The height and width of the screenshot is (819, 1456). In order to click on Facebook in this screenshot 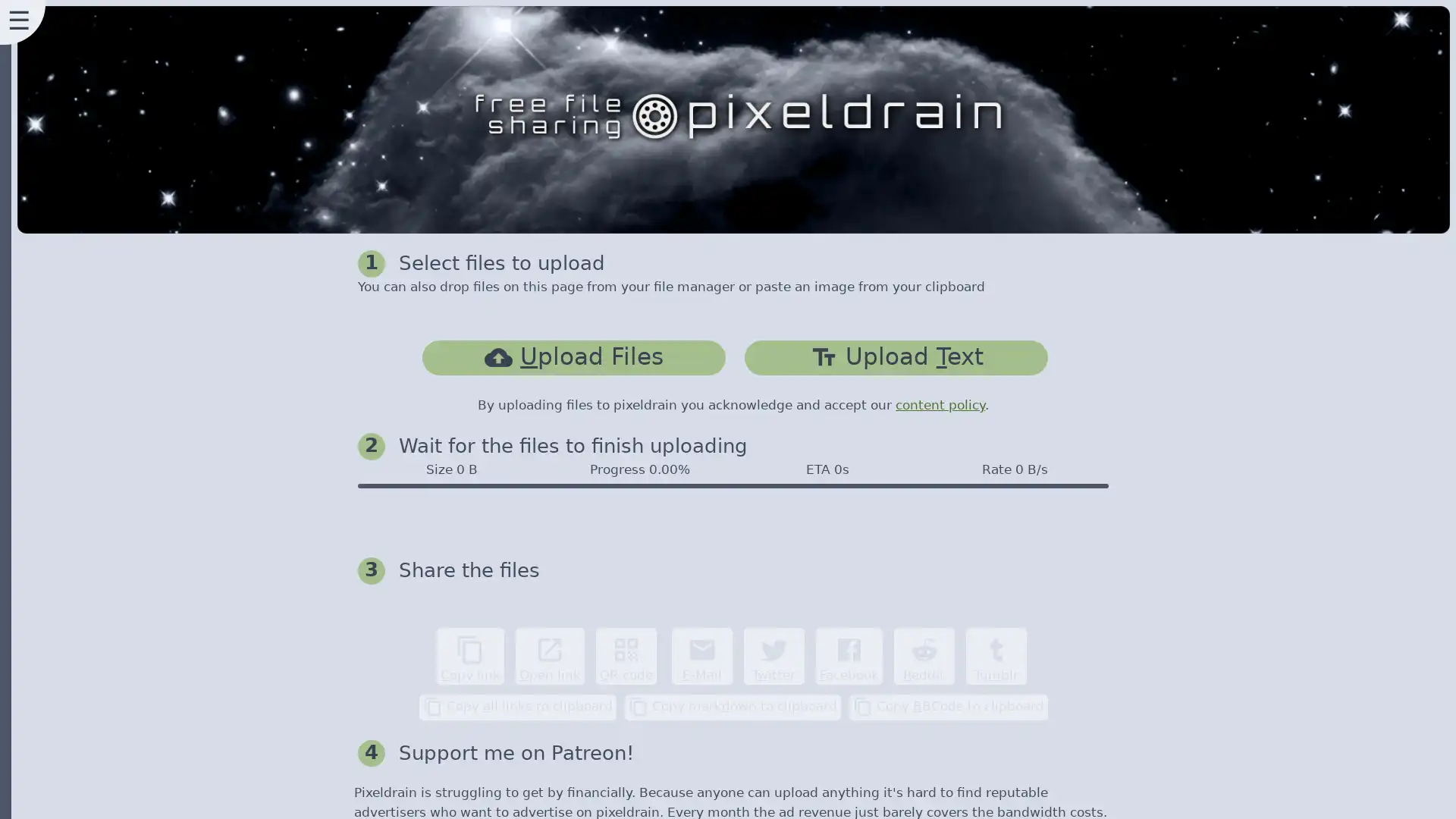, I will do `click(952, 655)`.